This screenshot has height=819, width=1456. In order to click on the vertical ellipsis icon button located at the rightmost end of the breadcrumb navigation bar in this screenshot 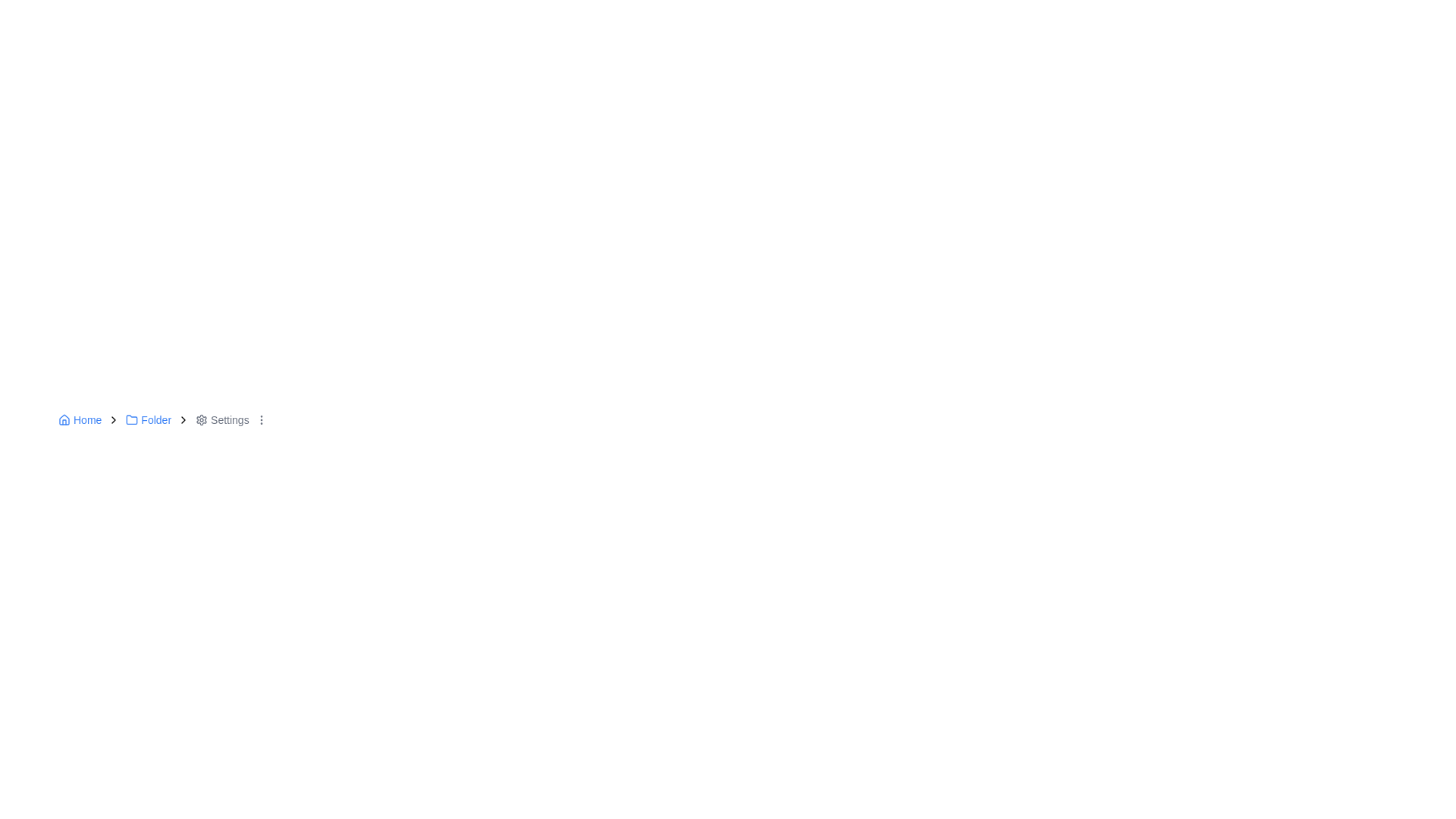, I will do `click(261, 420)`.